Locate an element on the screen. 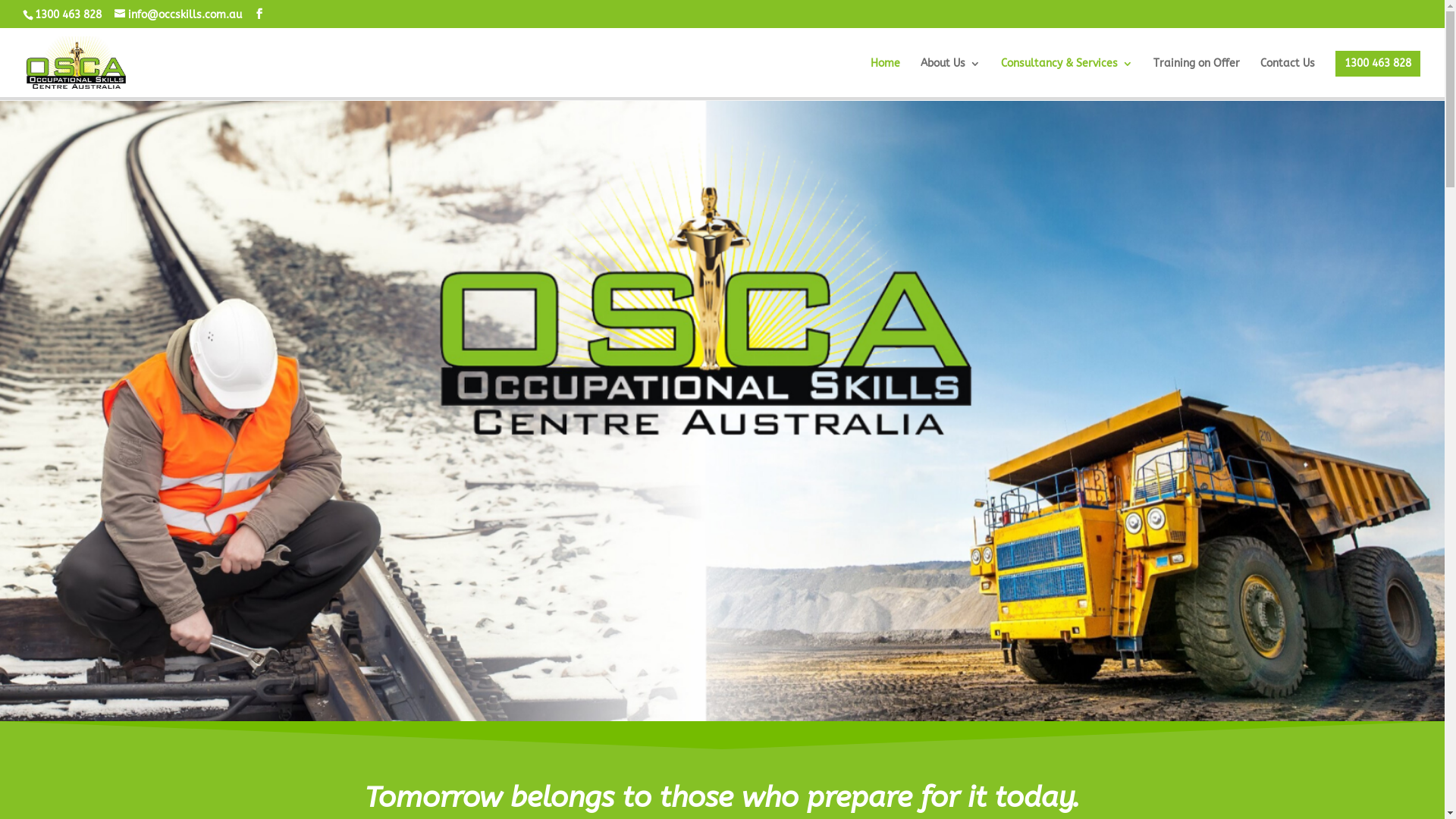 The width and height of the screenshot is (1456, 819). 'About Us' is located at coordinates (949, 75).